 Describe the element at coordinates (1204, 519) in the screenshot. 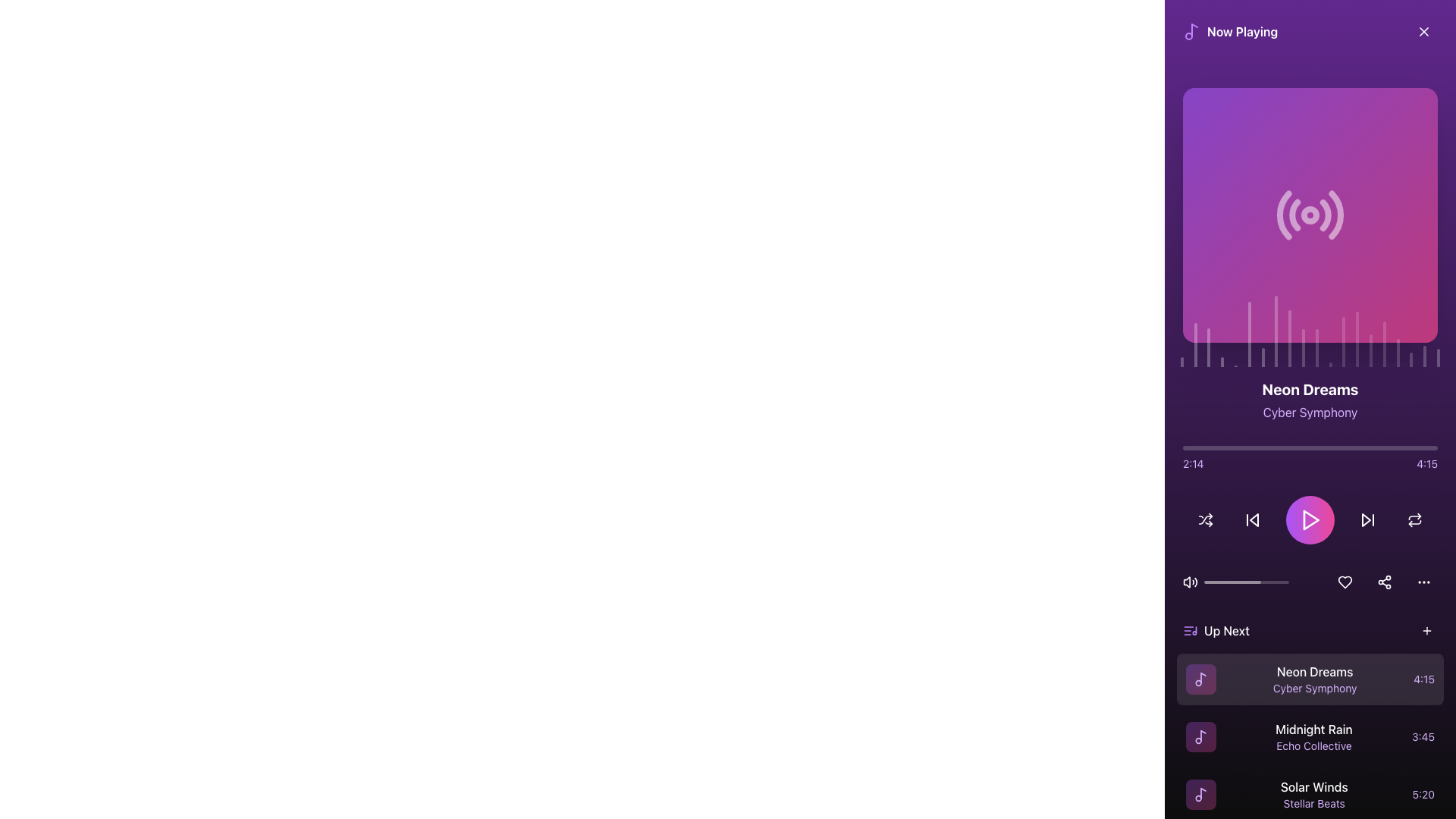

I see `the shuffle button represented by an icon of two interlinked arrows with a white stroke on a dark purple background, located as the first icon from the left in the bottom control row` at that location.